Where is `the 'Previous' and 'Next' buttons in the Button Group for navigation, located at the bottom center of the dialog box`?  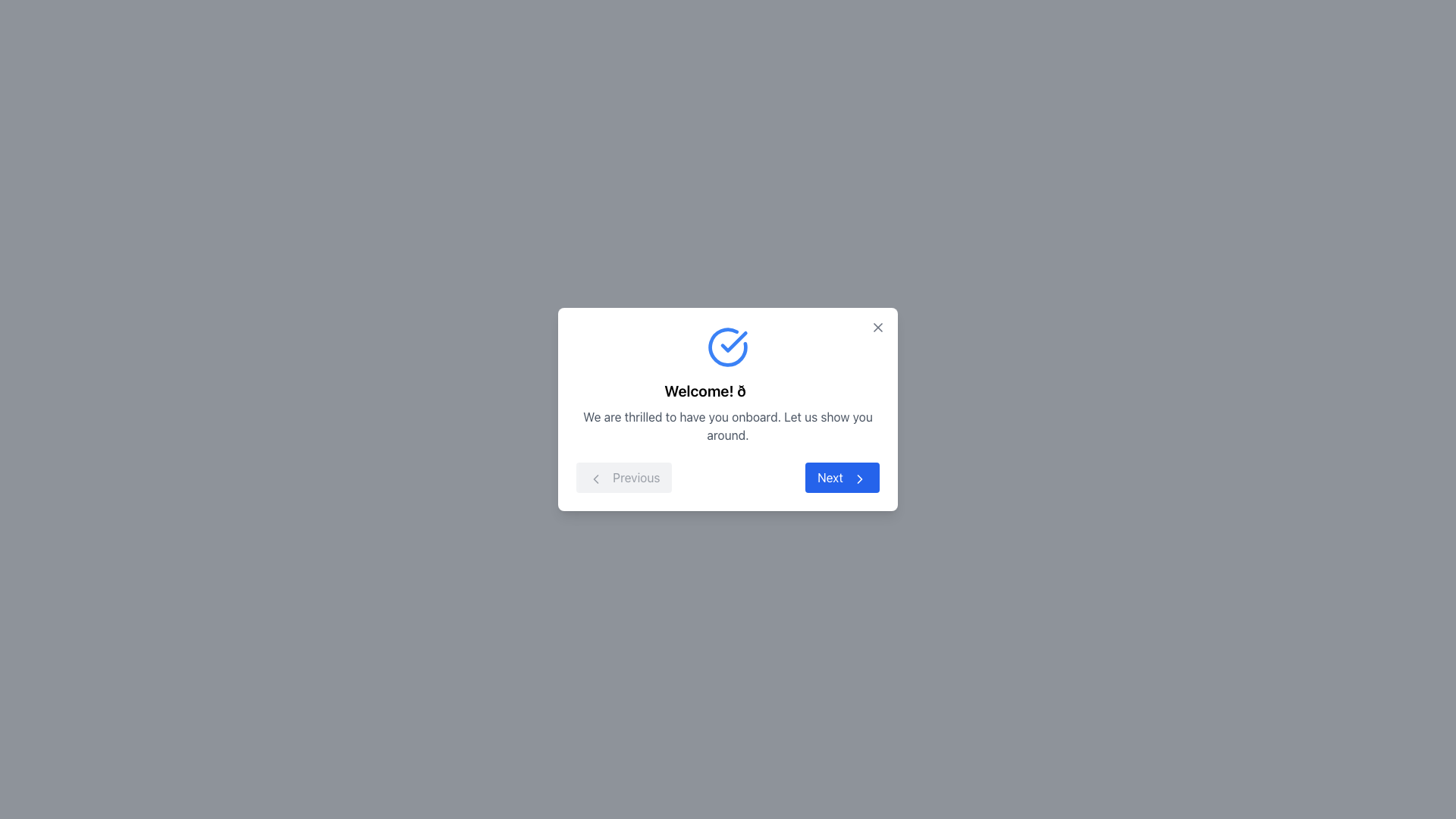
the 'Previous' and 'Next' buttons in the Button Group for navigation, located at the bottom center of the dialog box is located at coordinates (728, 476).